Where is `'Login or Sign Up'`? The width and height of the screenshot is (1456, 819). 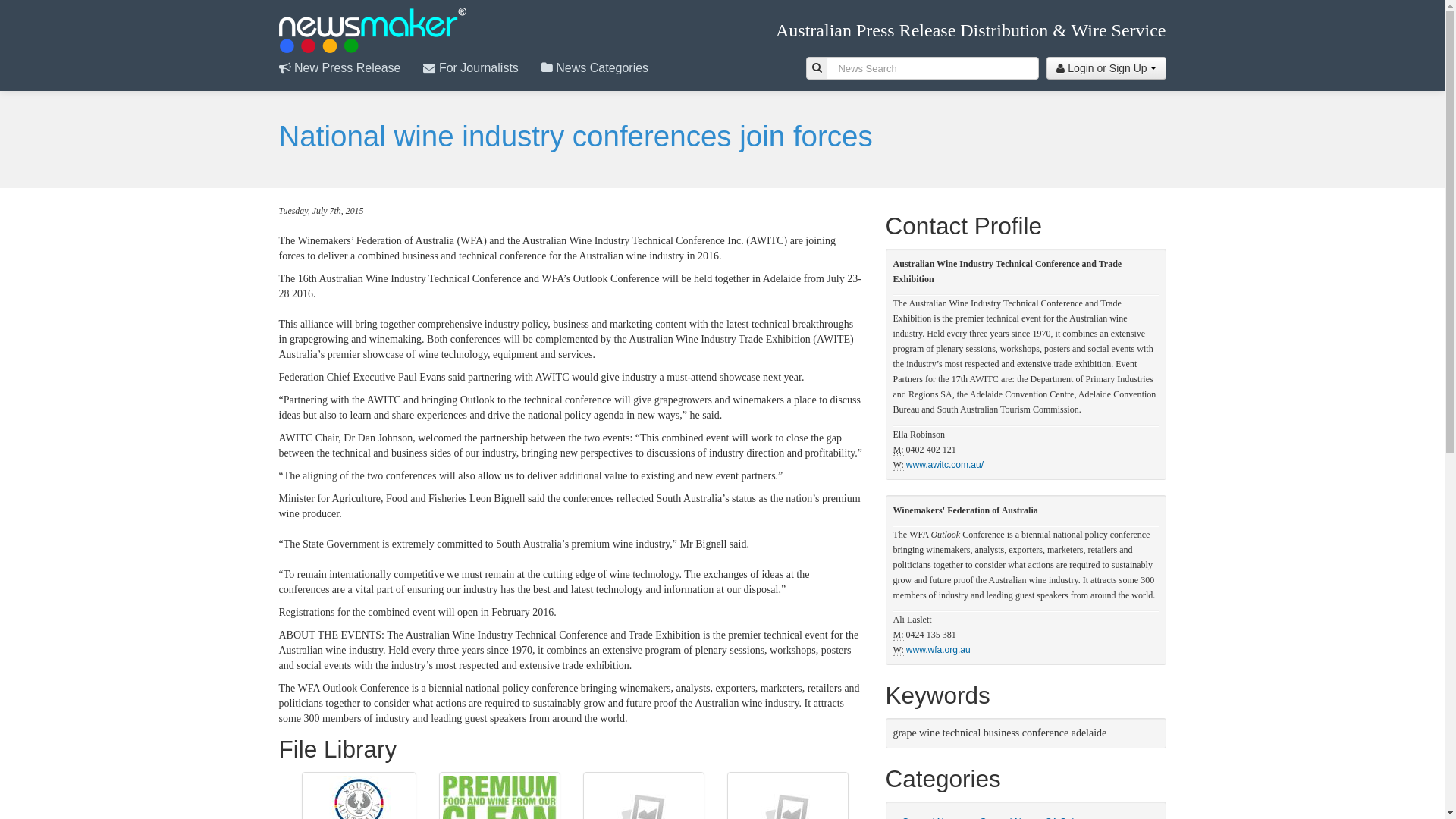 'Login or Sign Up' is located at coordinates (1106, 67).